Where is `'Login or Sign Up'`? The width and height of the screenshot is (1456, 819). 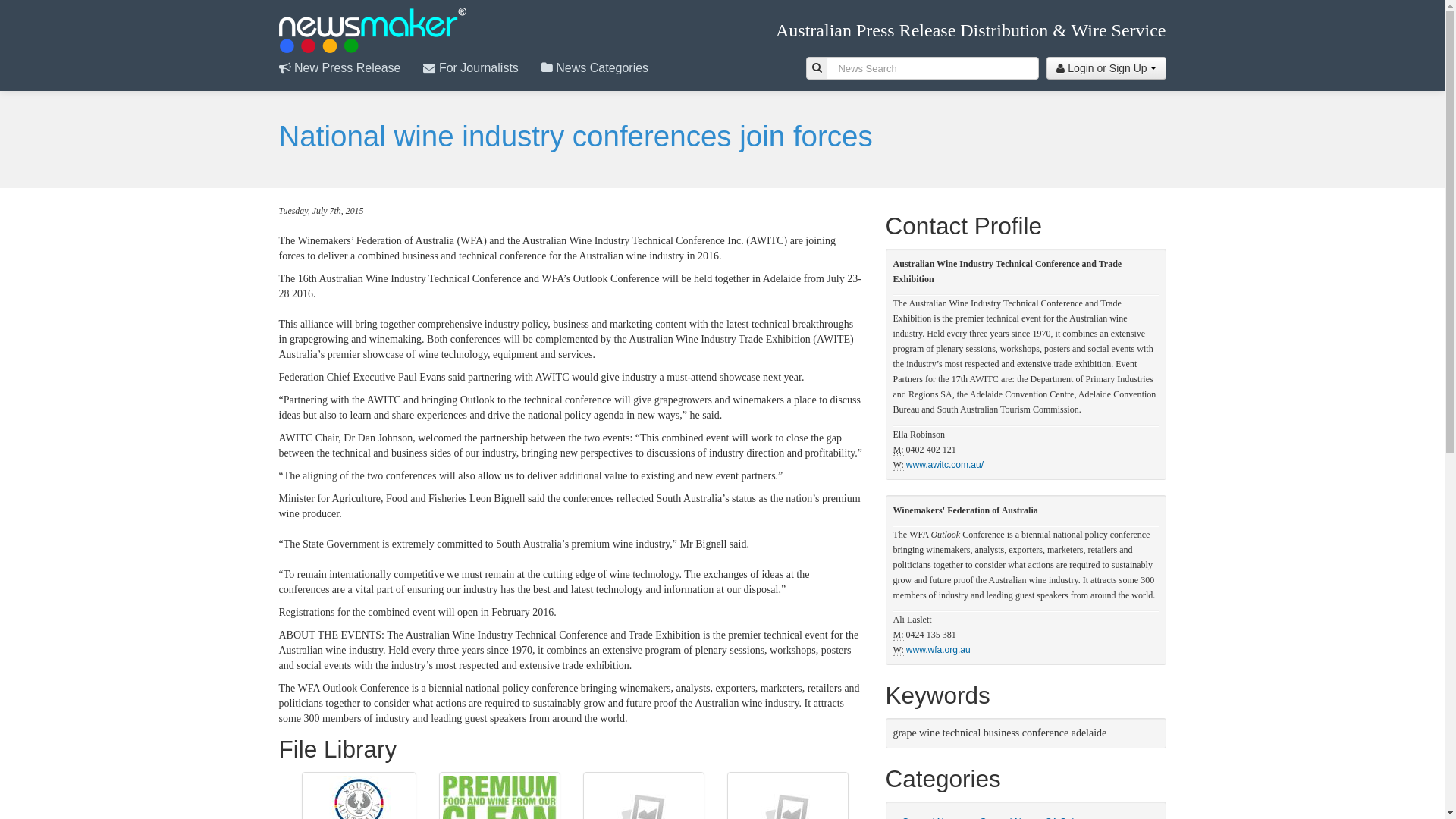 'Login or Sign Up' is located at coordinates (1106, 67).